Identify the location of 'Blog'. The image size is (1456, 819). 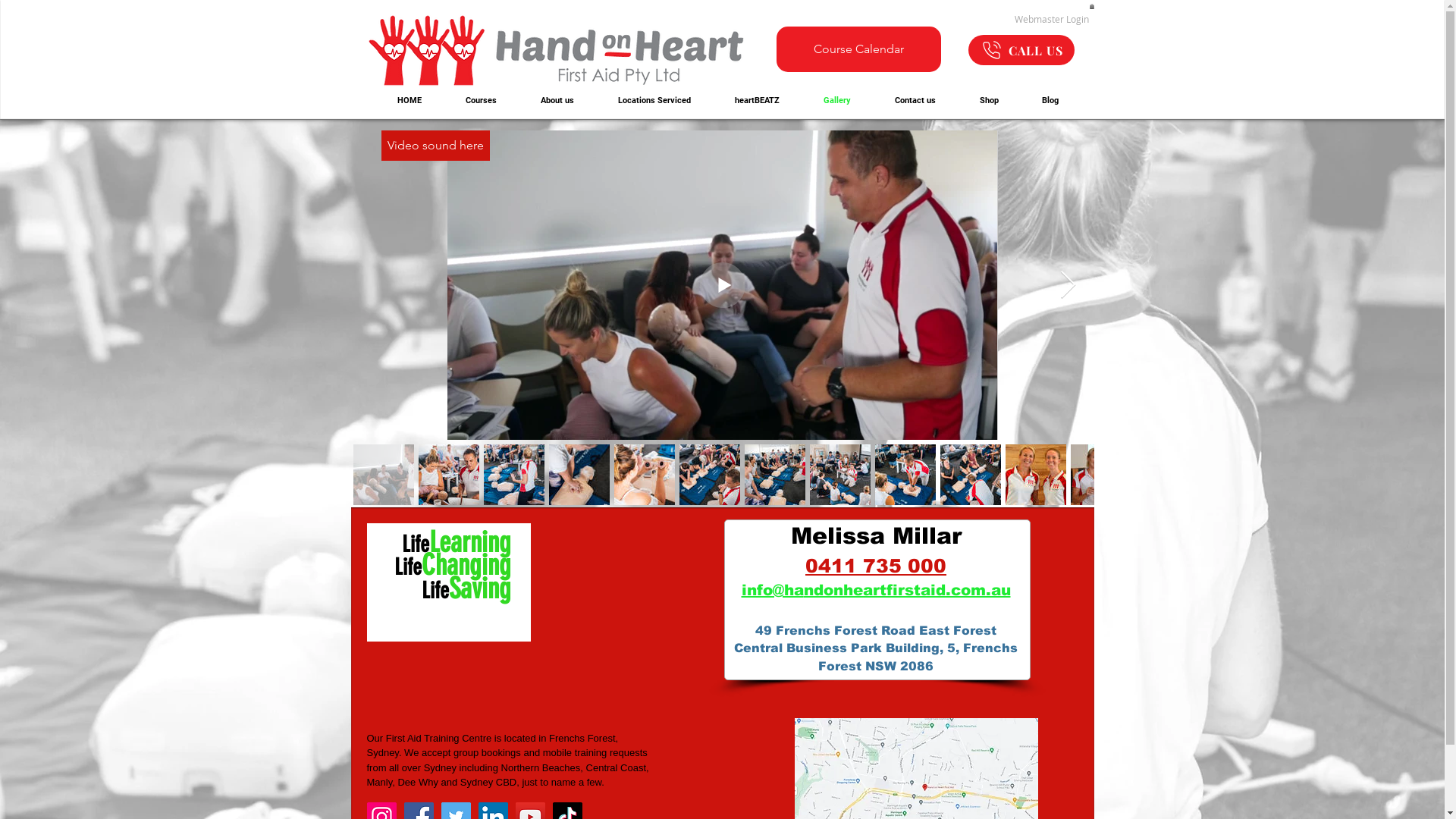
(1050, 100).